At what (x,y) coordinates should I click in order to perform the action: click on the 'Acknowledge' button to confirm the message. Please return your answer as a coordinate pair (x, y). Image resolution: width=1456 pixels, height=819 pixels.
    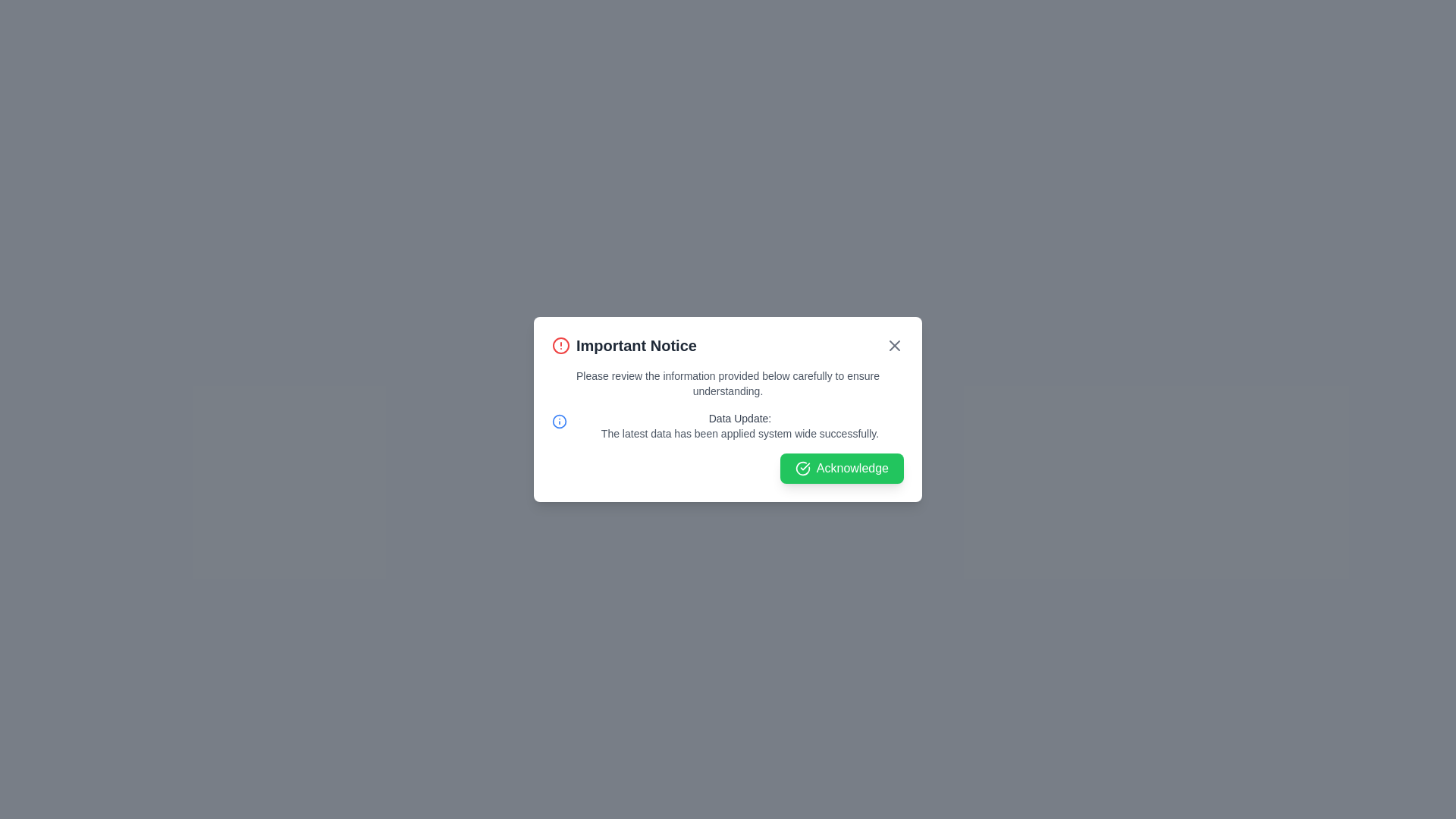
    Looking at the image, I should click on (840, 467).